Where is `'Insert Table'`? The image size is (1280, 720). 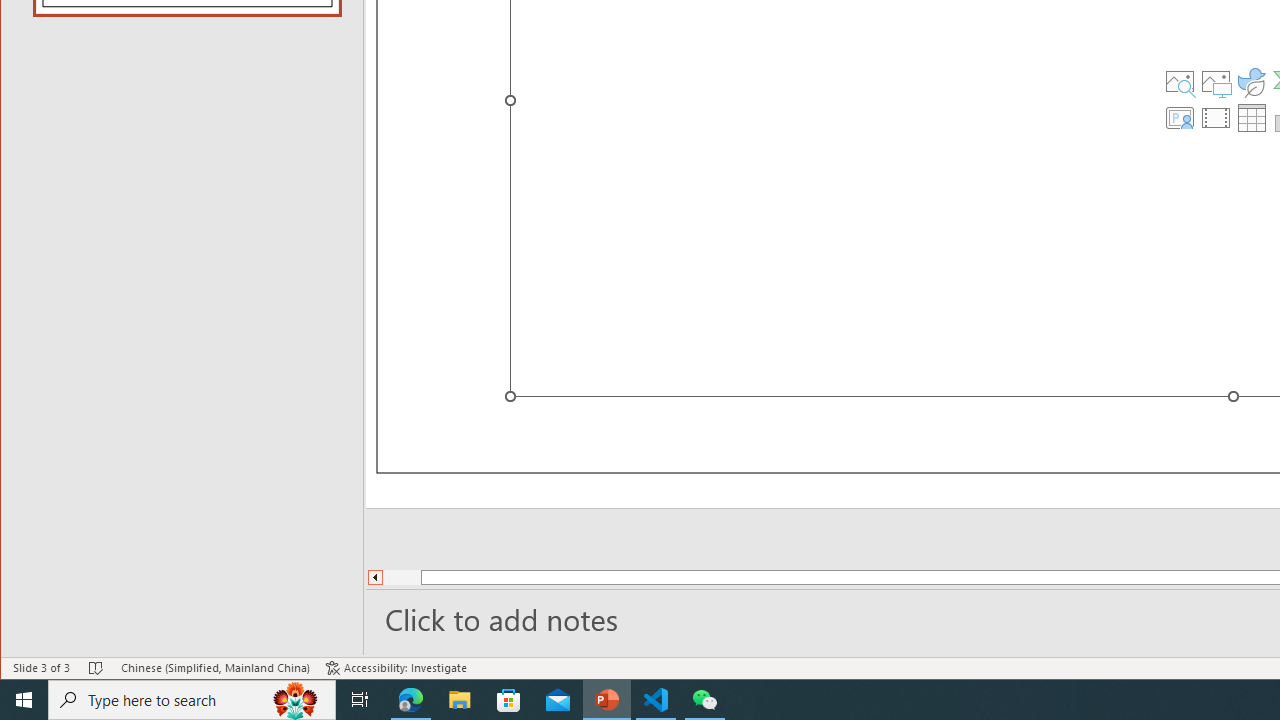
'Insert Table' is located at coordinates (1251, 118).